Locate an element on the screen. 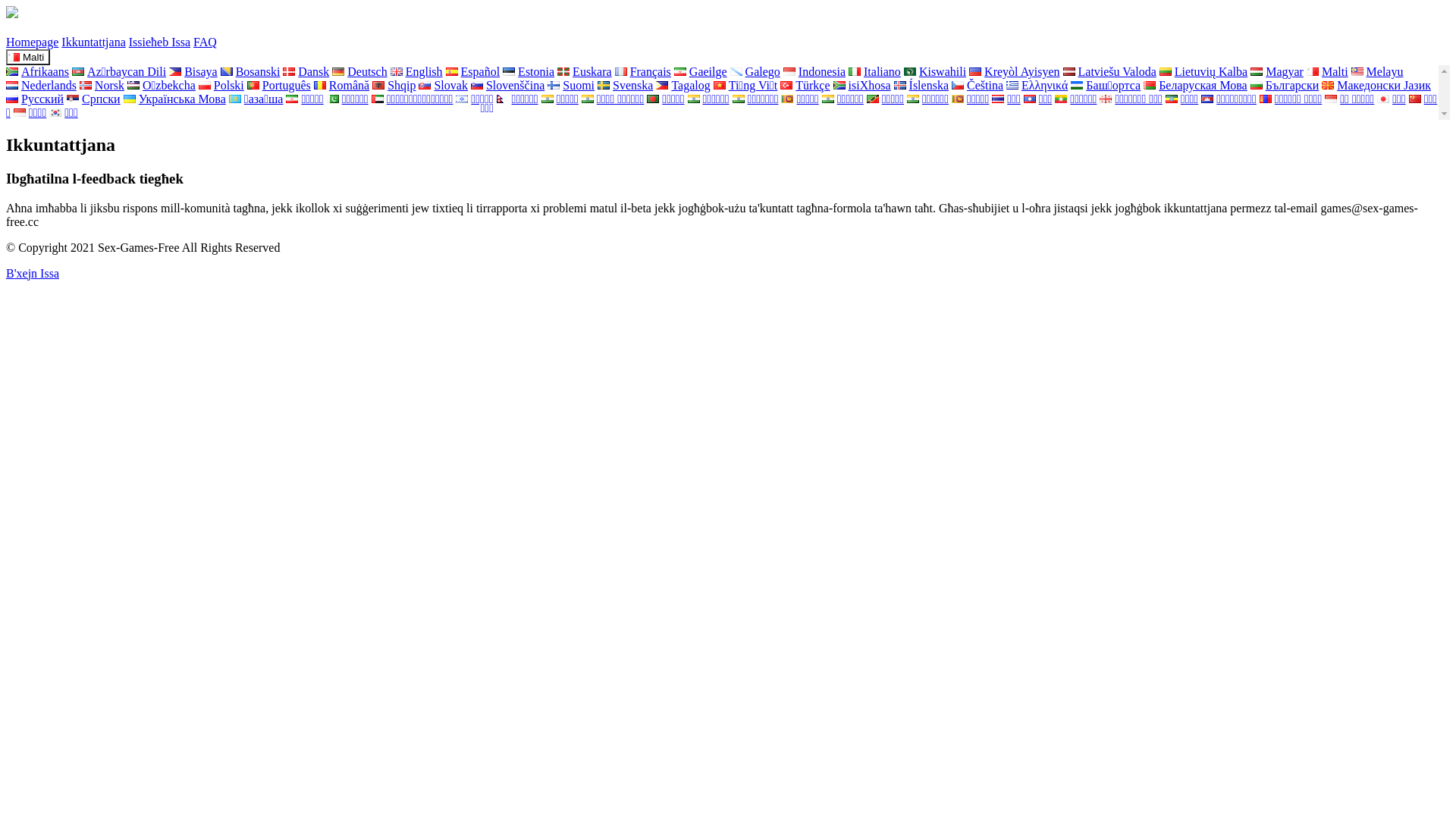 Image resolution: width=1456 pixels, height=819 pixels. 'Deutsch' is located at coordinates (331, 71).